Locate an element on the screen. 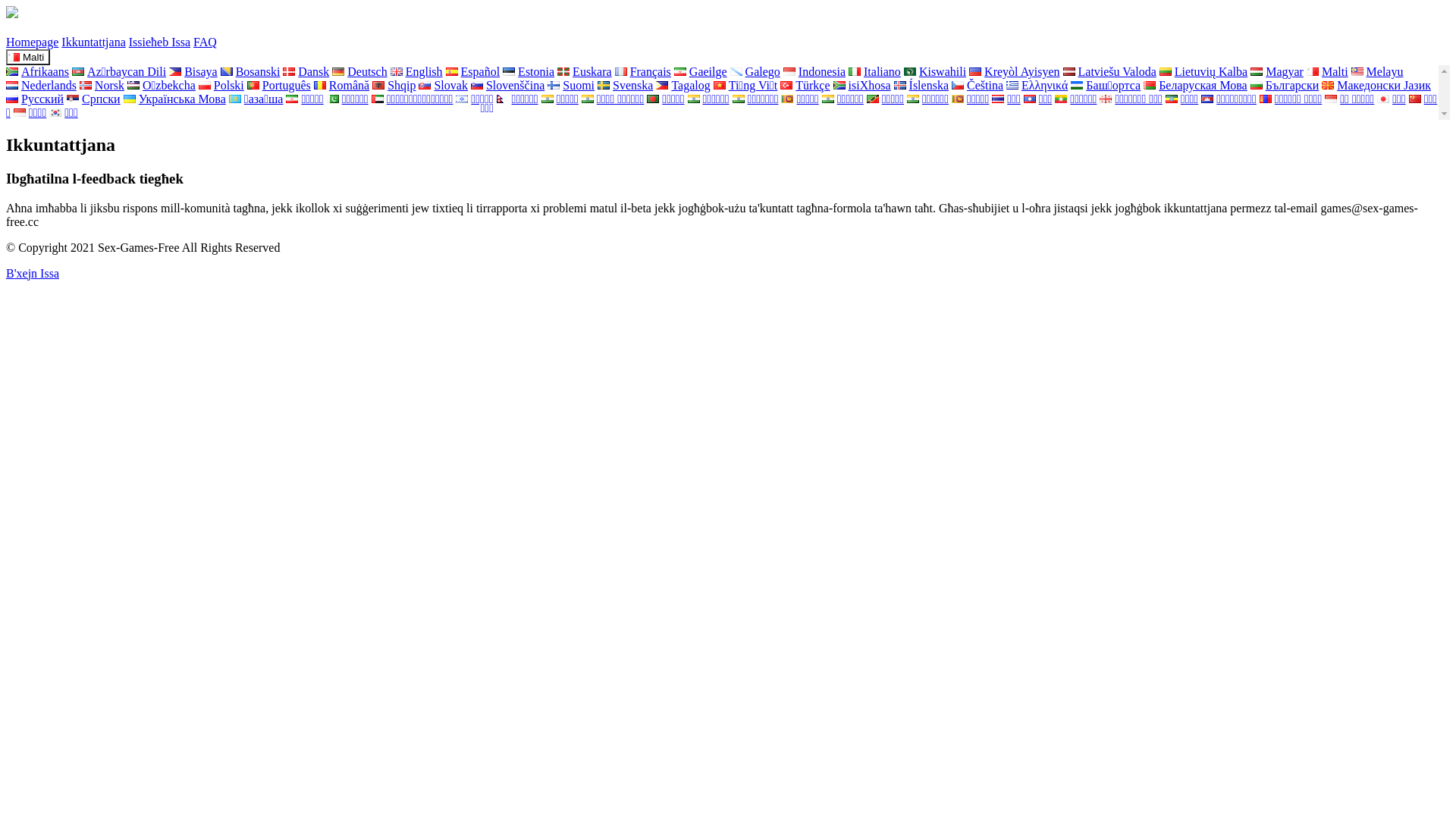 Image resolution: width=1456 pixels, height=819 pixels. 'Deutsch' is located at coordinates (331, 71).